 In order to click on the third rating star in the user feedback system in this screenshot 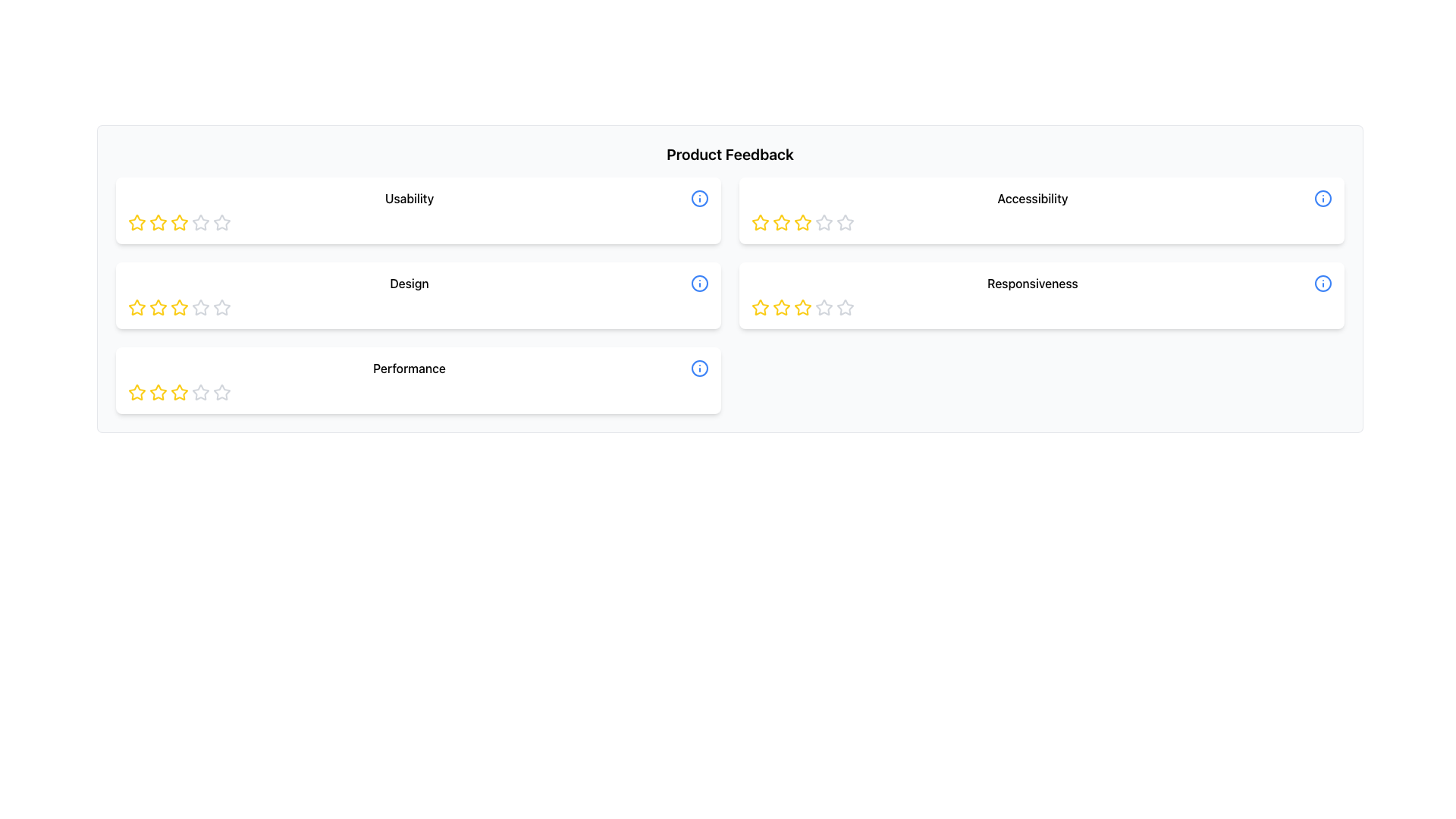, I will do `click(199, 222)`.